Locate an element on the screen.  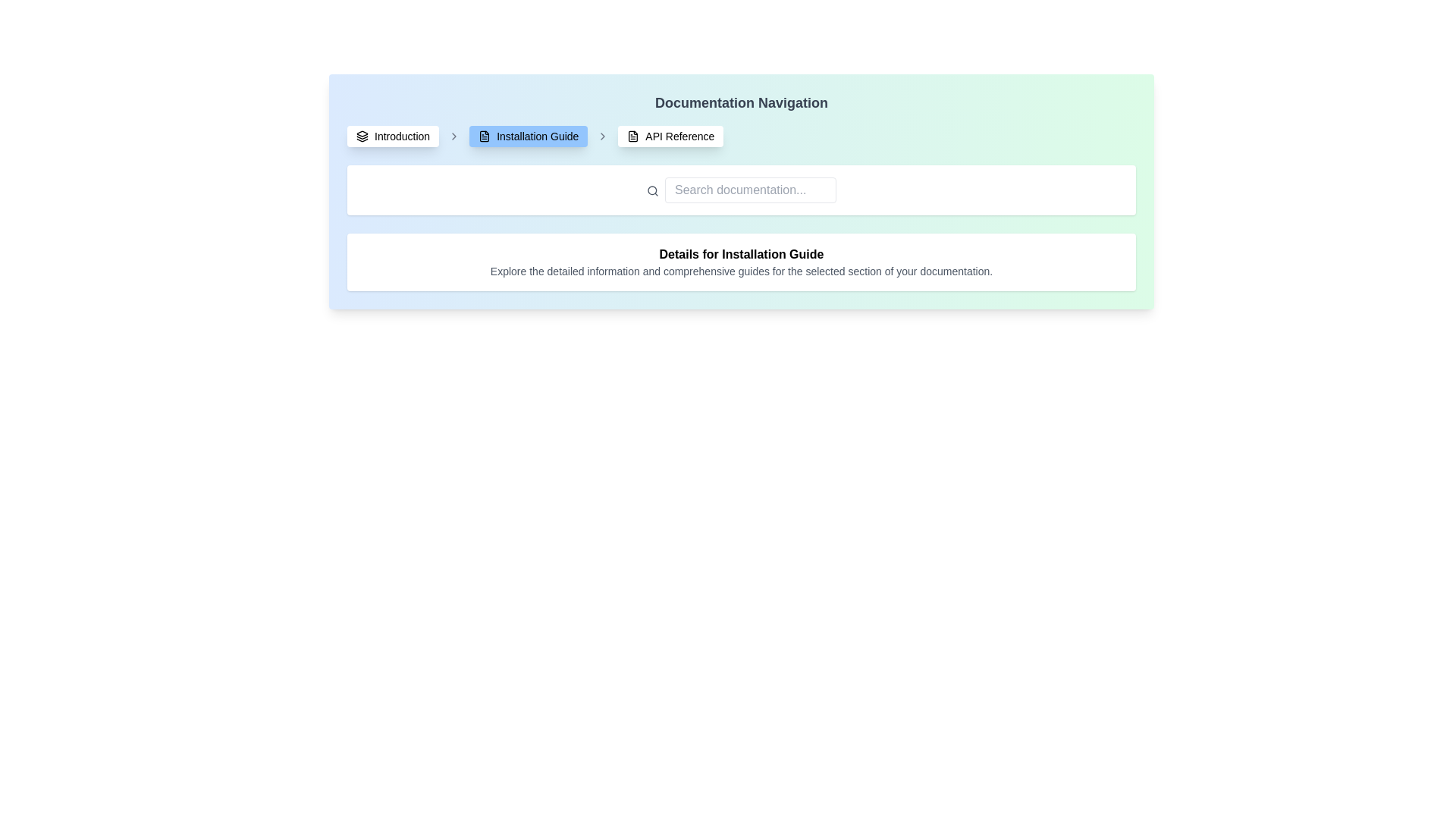
information displayed in the Text Display Block titled 'Details for Installation Guide', located below the search bar in the 'Documentation Navigation' section is located at coordinates (742, 262).